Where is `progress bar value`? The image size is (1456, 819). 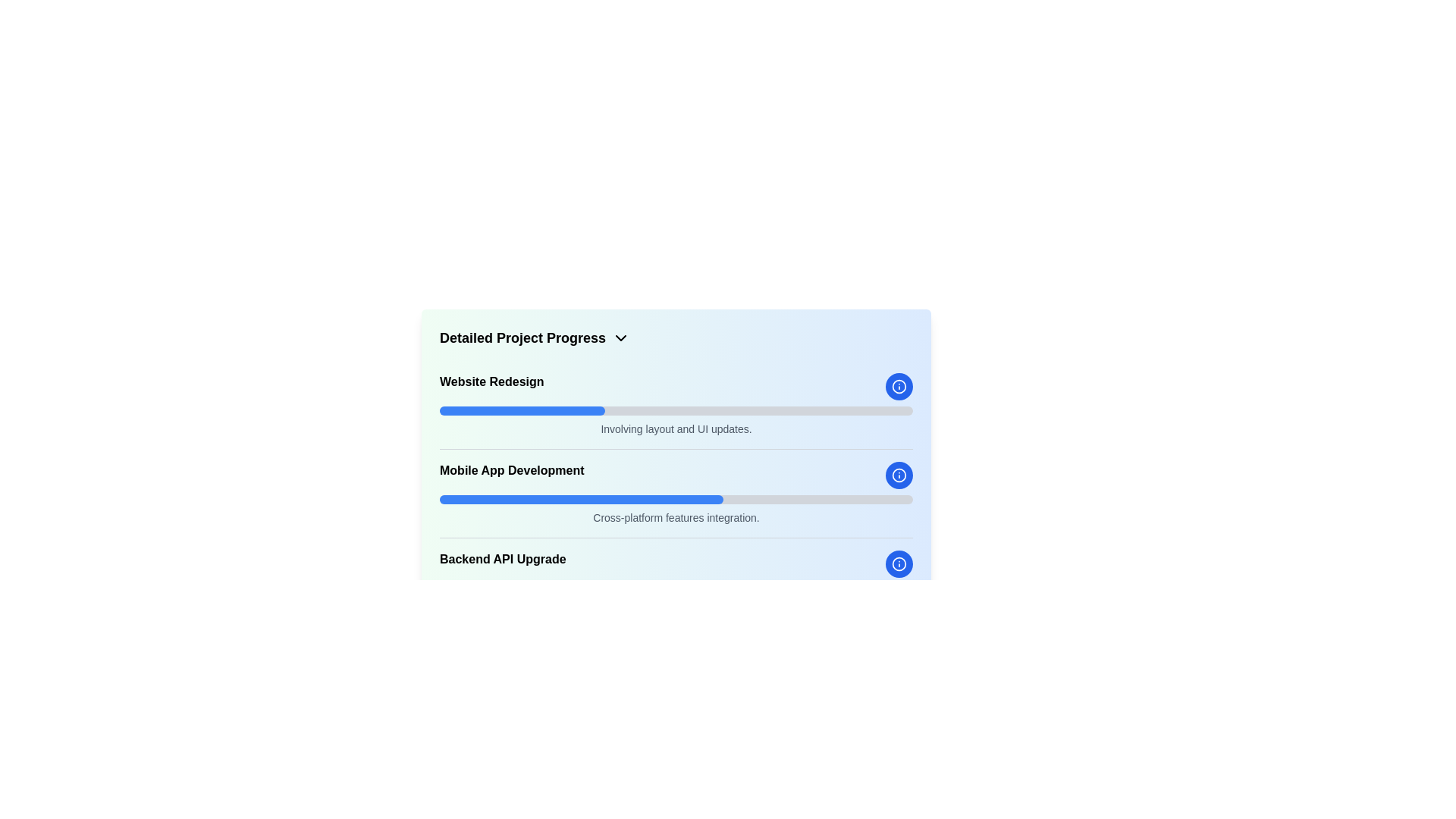
progress bar value is located at coordinates (620, 500).